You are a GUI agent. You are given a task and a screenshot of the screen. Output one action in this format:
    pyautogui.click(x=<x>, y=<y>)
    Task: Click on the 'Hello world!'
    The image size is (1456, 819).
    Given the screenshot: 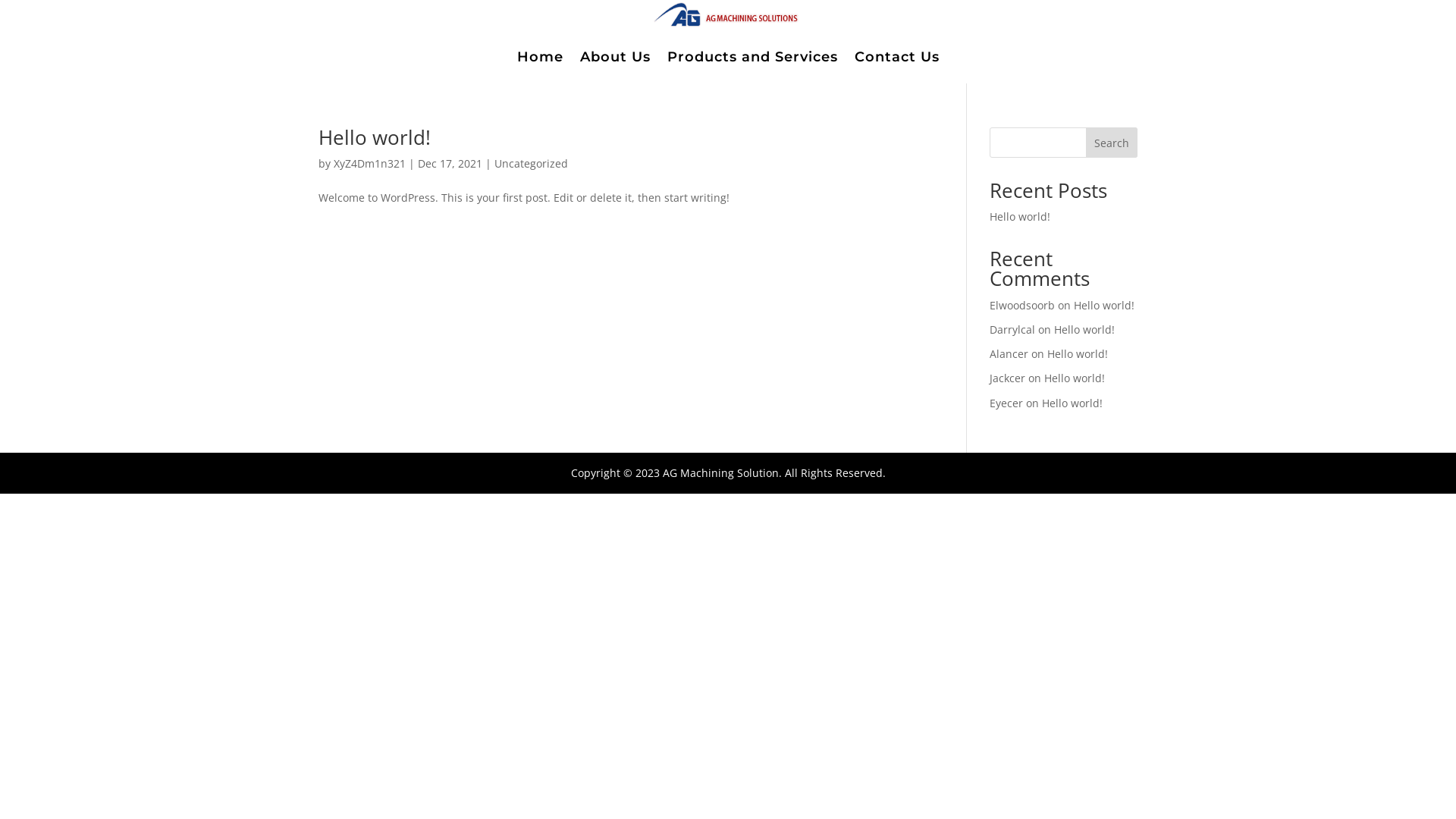 What is the action you would take?
    pyautogui.click(x=1103, y=305)
    